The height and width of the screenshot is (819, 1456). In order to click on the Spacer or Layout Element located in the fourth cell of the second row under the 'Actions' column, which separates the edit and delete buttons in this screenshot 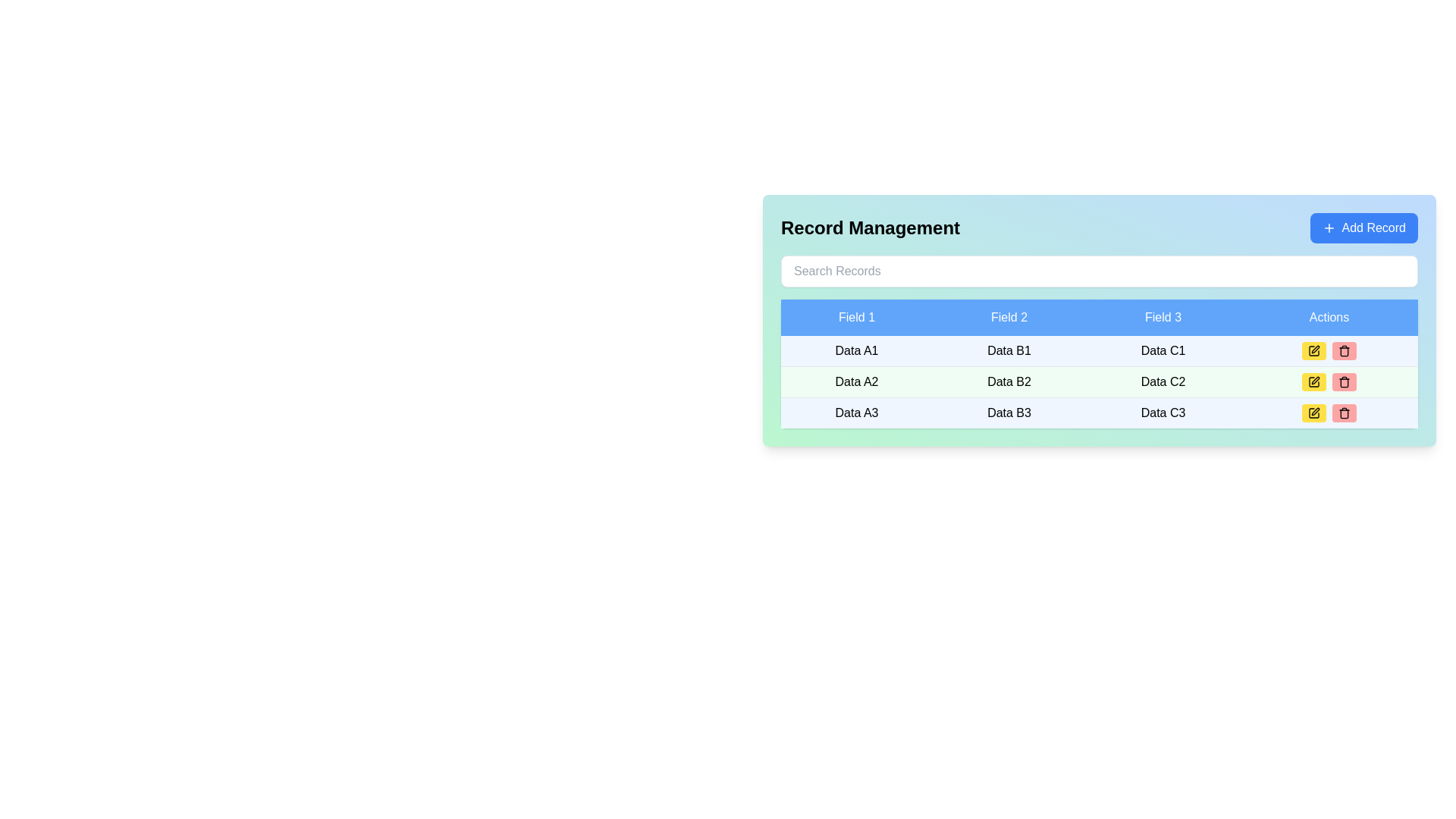, I will do `click(1328, 381)`.